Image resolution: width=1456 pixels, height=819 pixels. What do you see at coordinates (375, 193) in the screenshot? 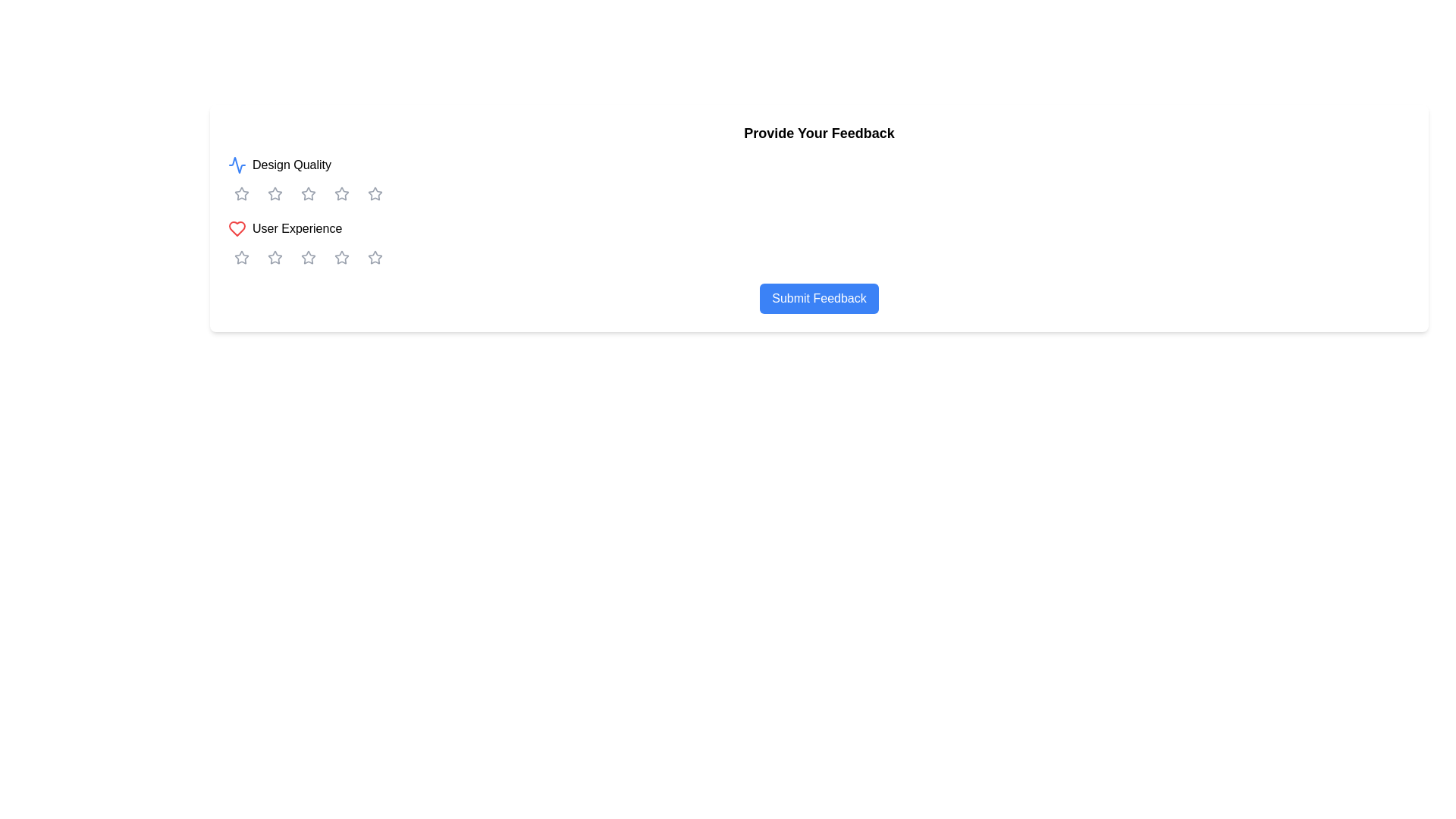
I see `the fifth star-shaped rating icon` at bounding box center [375, 193].